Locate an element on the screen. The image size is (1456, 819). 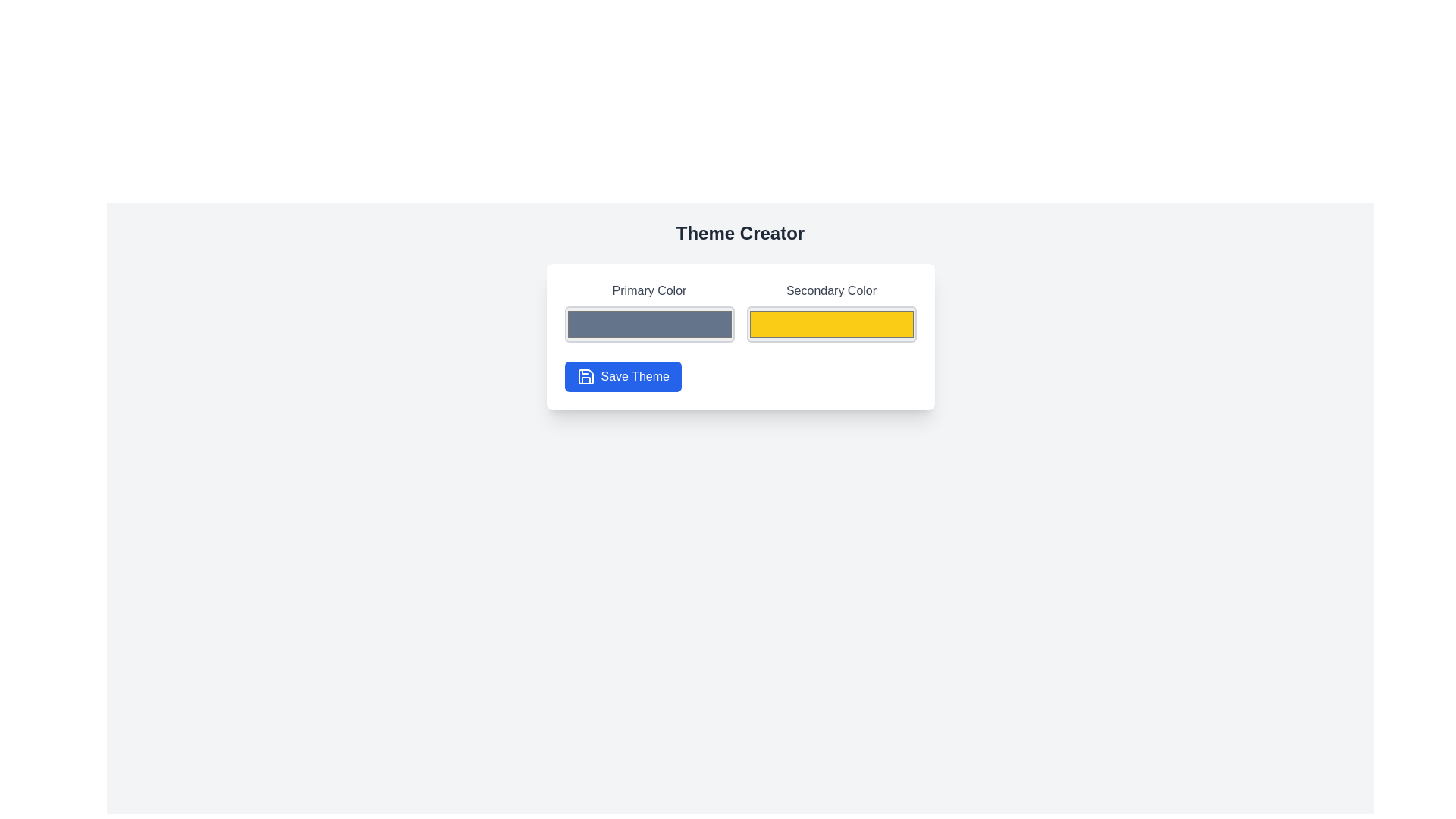
the rectangular color picker box with a yellow fill and a thin gray border, positioned next to the 'Primary Color' box is located at coordinates (830, 324).